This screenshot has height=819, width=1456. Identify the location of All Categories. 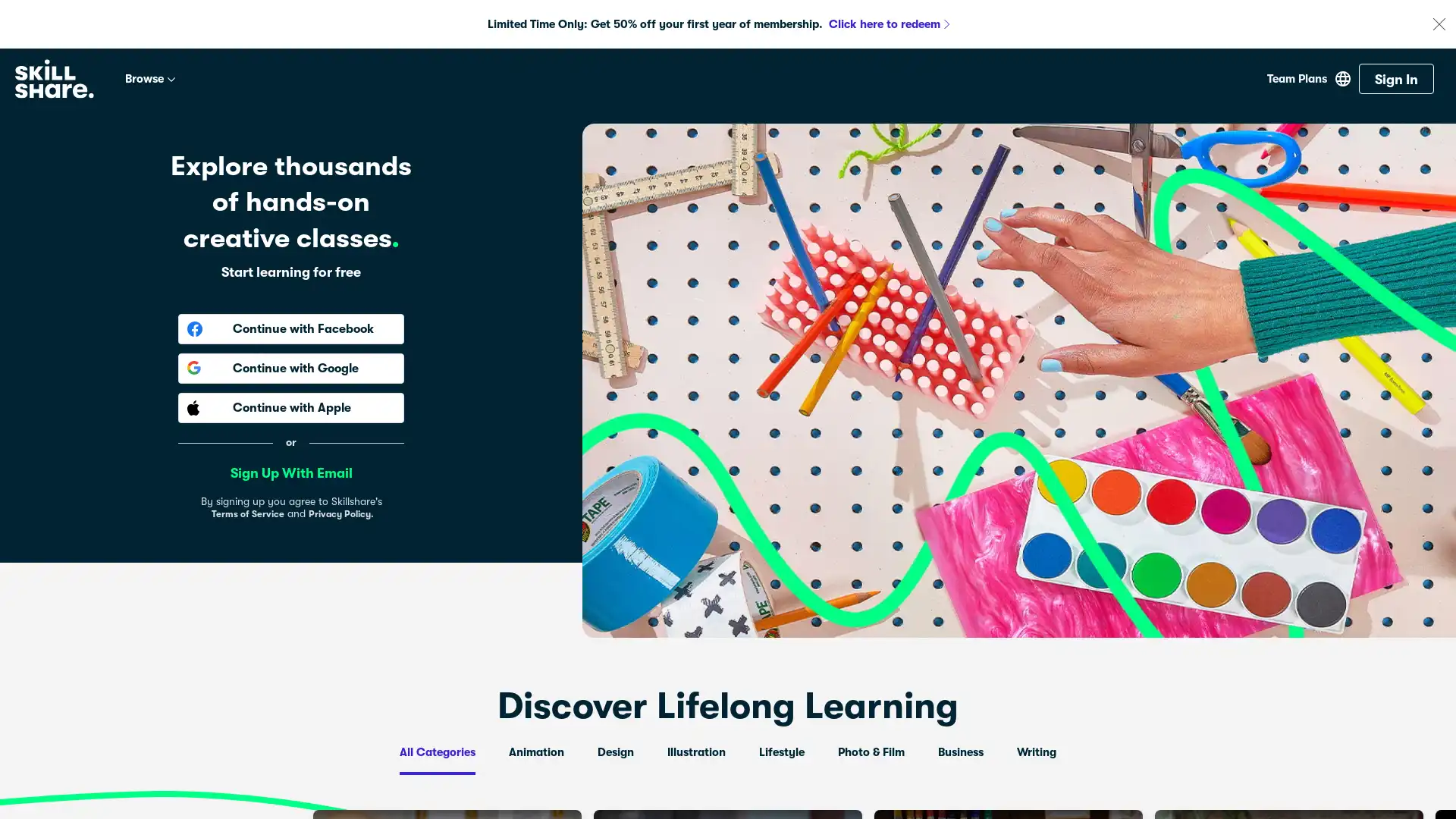
(436, 758).